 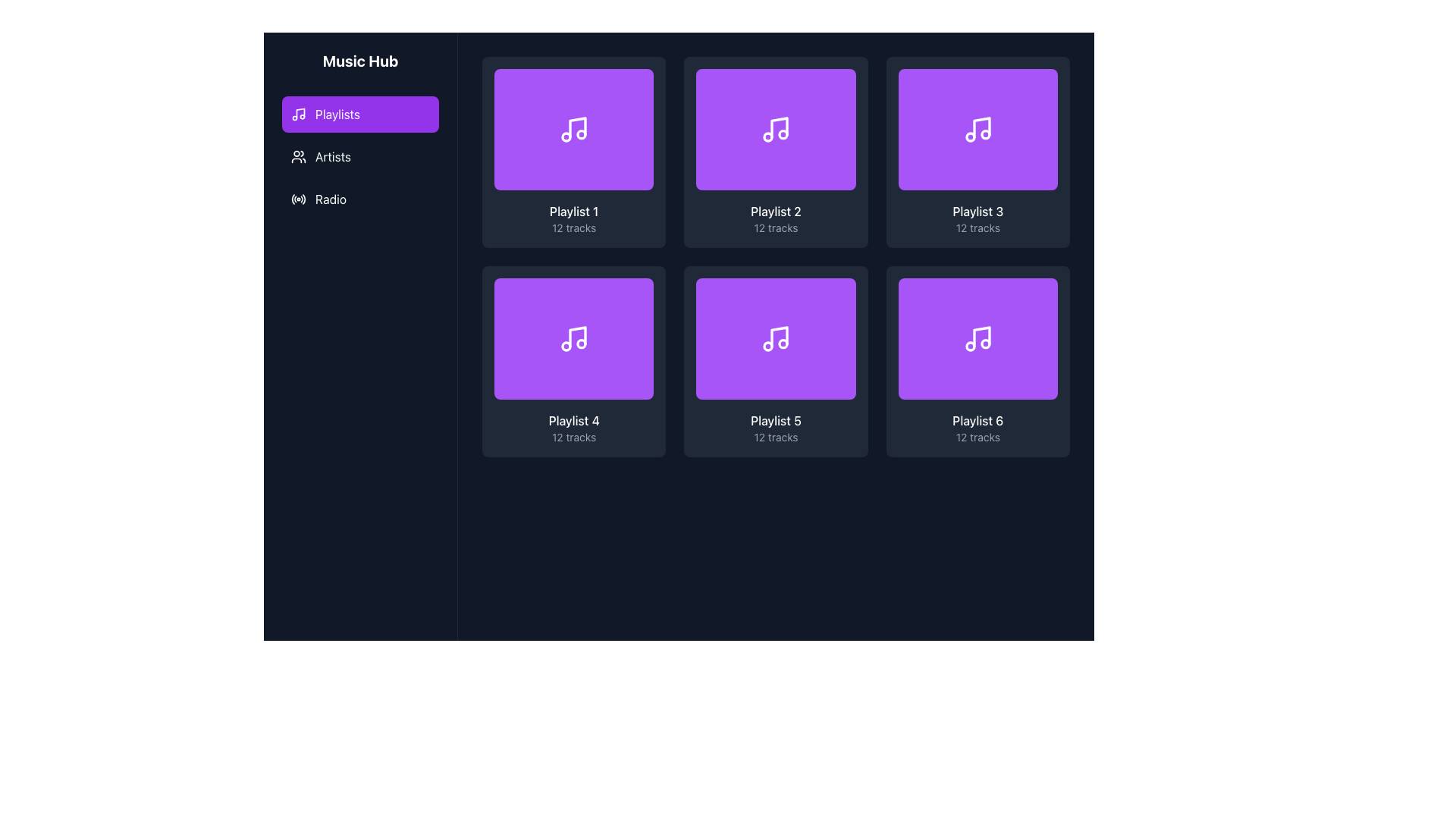 What do you see at coordinates (566, 346) in the screenshot?
I see `the filled circular shape located in the bottom-left area of the music note icon within the thumbnail for 'Playlist 4'` at bounding box center [566, 346].